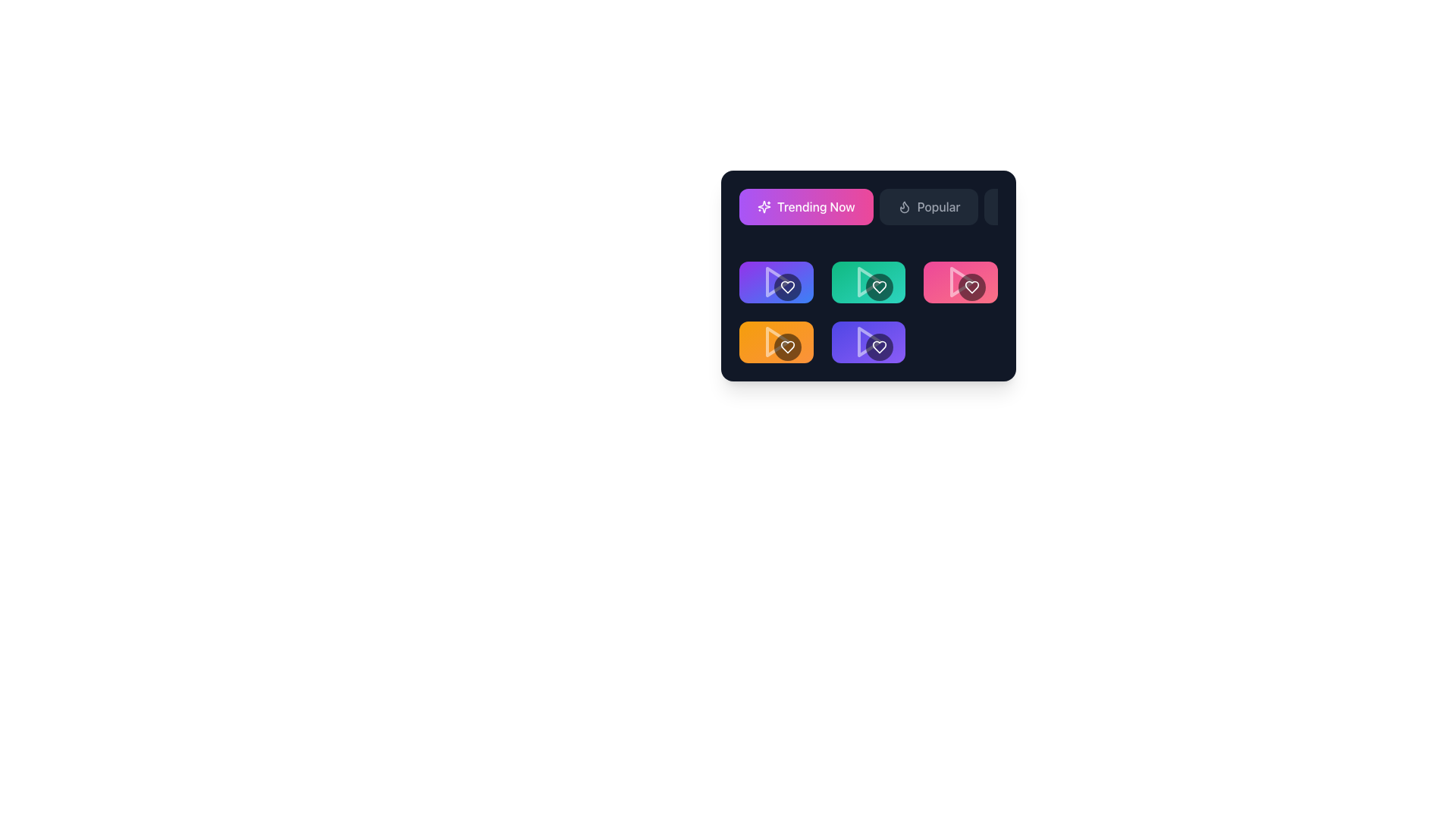 The height and width of the screenshot is (819, 1456). What do you see at coordinates (776, 282) in the screenshot?
I see `the play icon, which is a triangle pointing right, outlined and semi-transparent white, located in the top-left card of a grid of six cards` at bounding box center [776, 282].